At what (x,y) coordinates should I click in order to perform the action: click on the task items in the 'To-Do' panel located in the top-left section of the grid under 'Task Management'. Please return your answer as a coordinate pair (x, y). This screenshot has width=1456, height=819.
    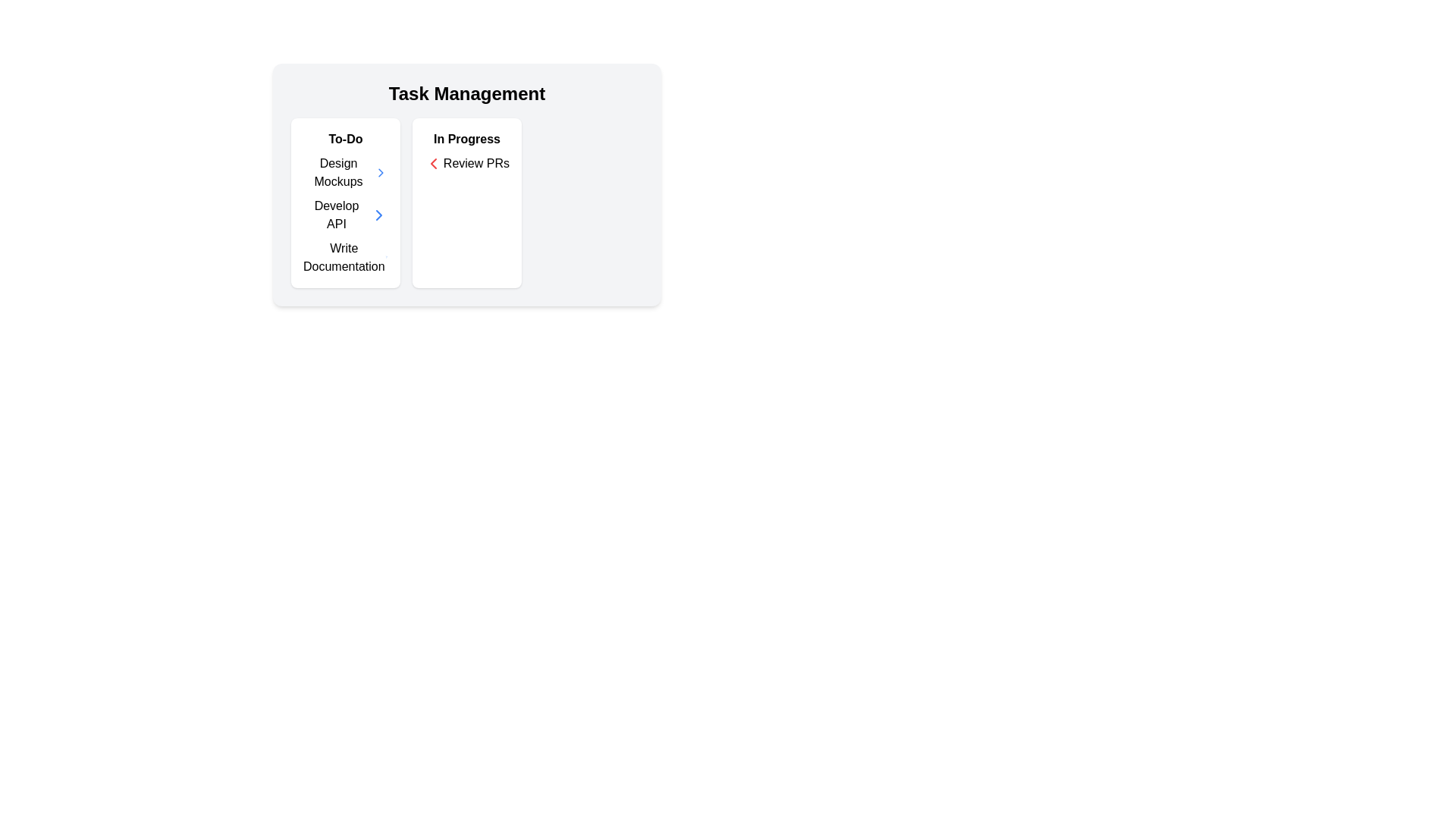
    Looking at the image, I should click on (345, 202).